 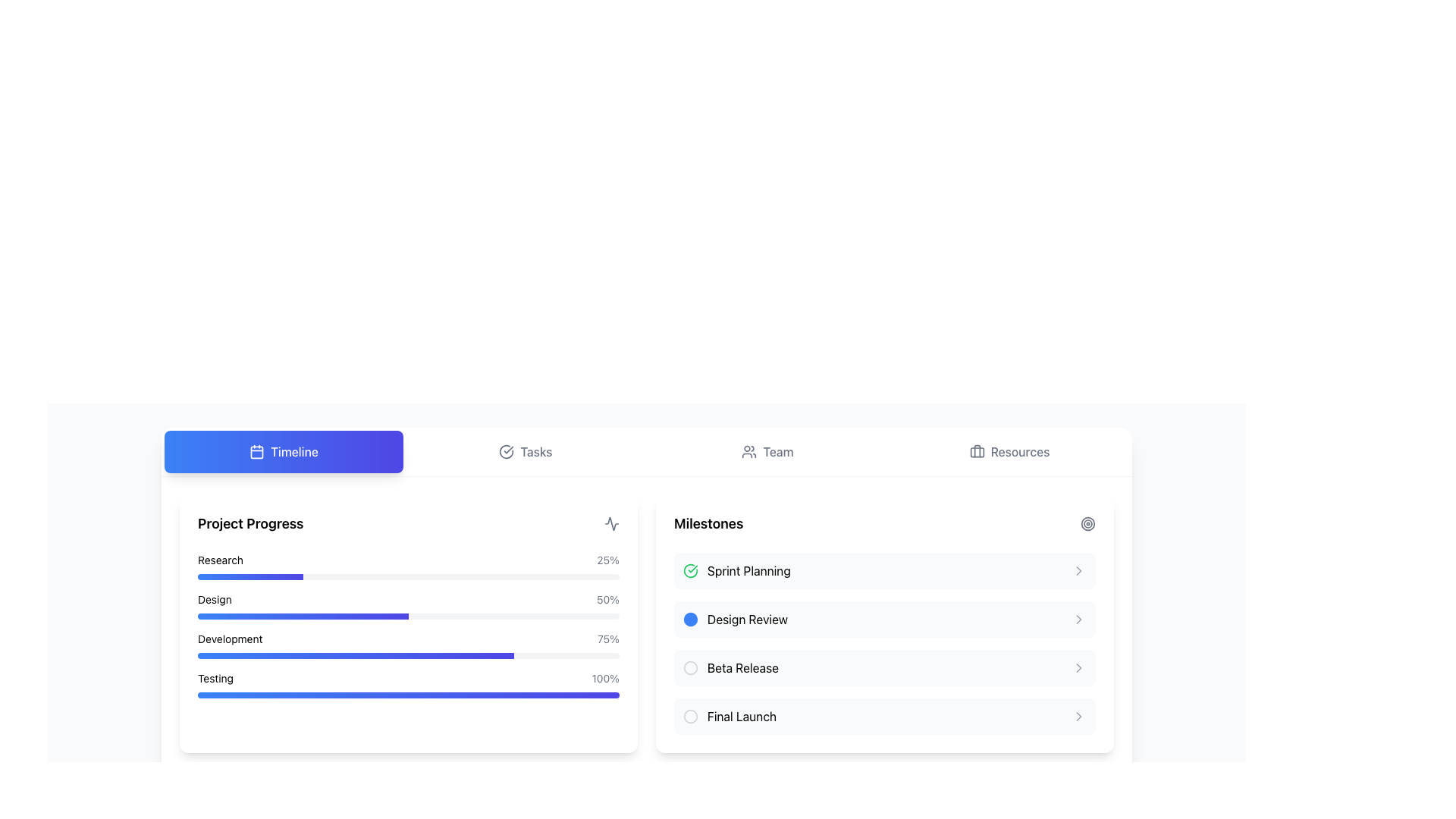 What do you see at coordinates (884, 623) in the screenshot?
I see `the milestone item in the list of milestones associated with the project` at bounding box center [884, 623].